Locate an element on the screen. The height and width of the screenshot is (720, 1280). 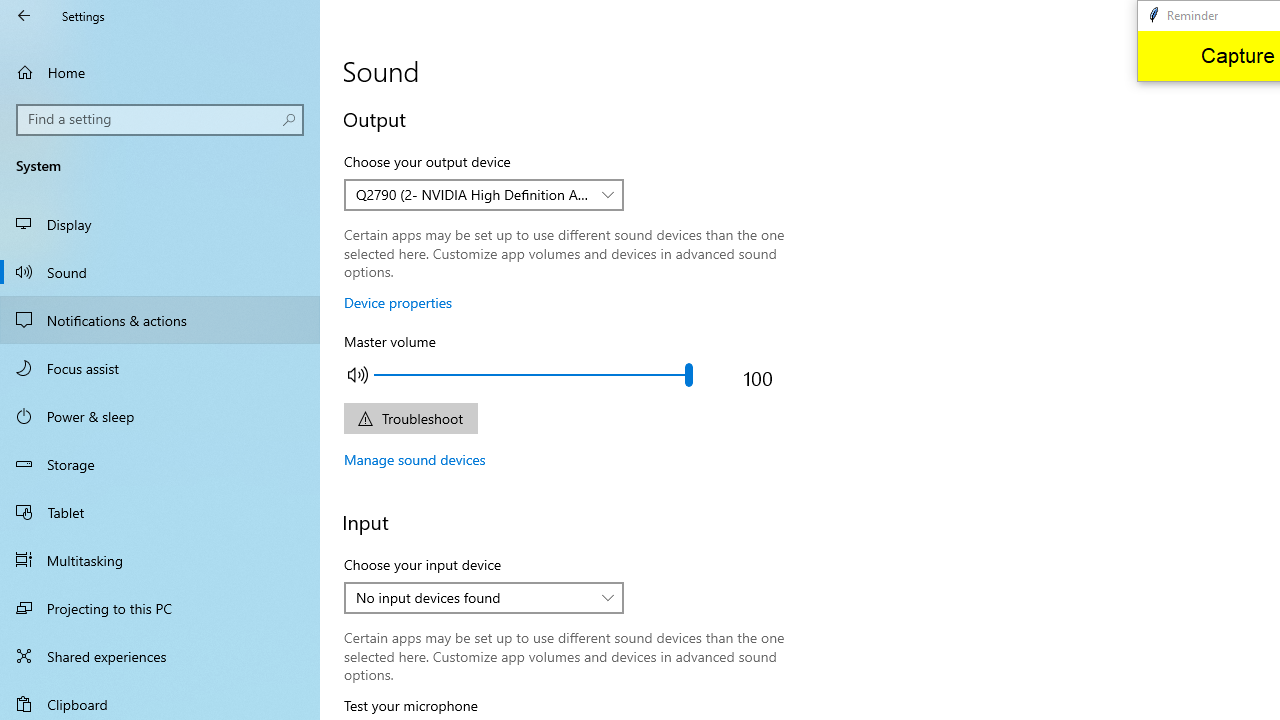
'Adjust the master output volume' is located at coordinates (533, 375).